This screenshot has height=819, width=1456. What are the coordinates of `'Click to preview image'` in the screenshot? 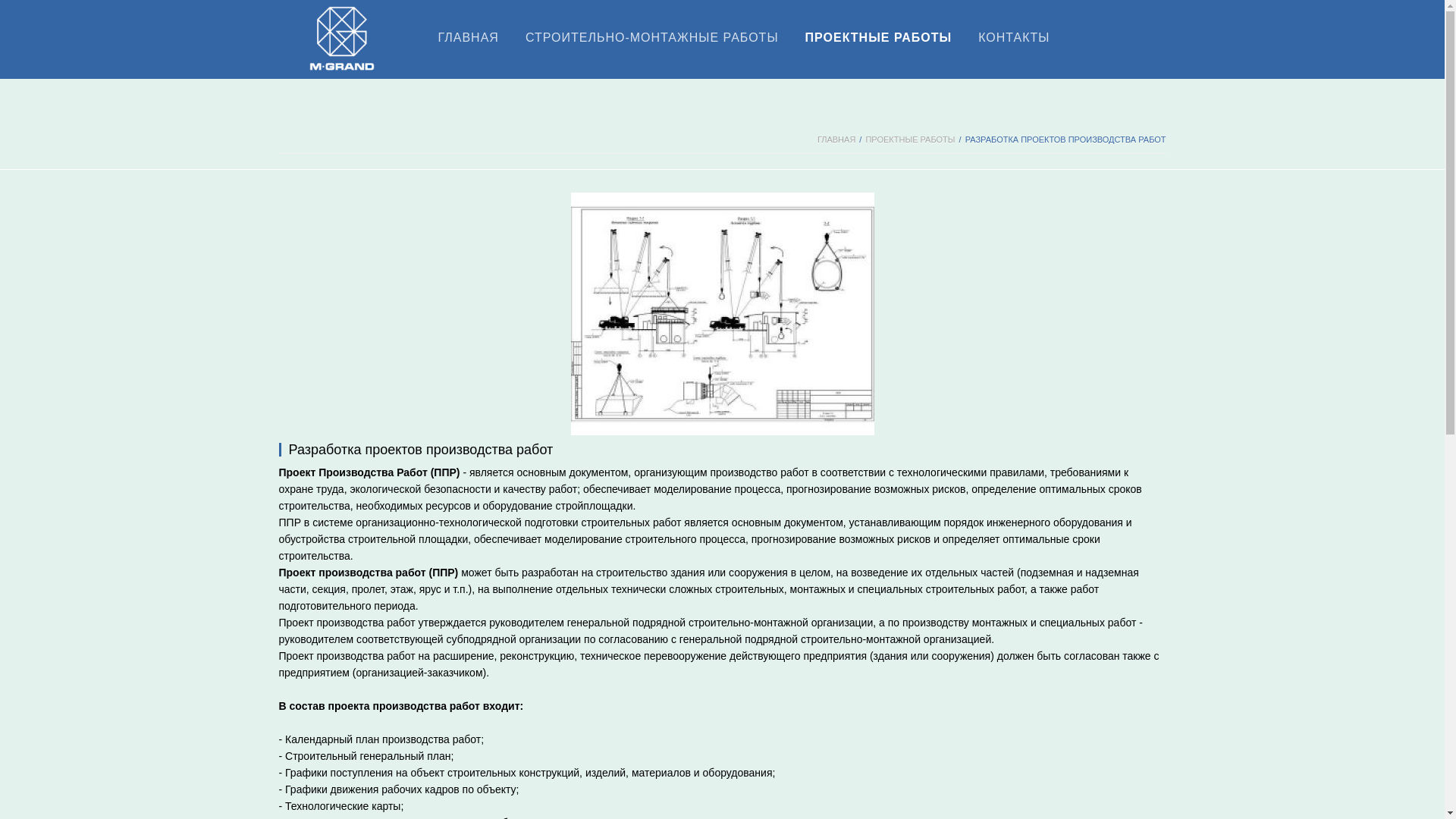 It's located at (720, 312).